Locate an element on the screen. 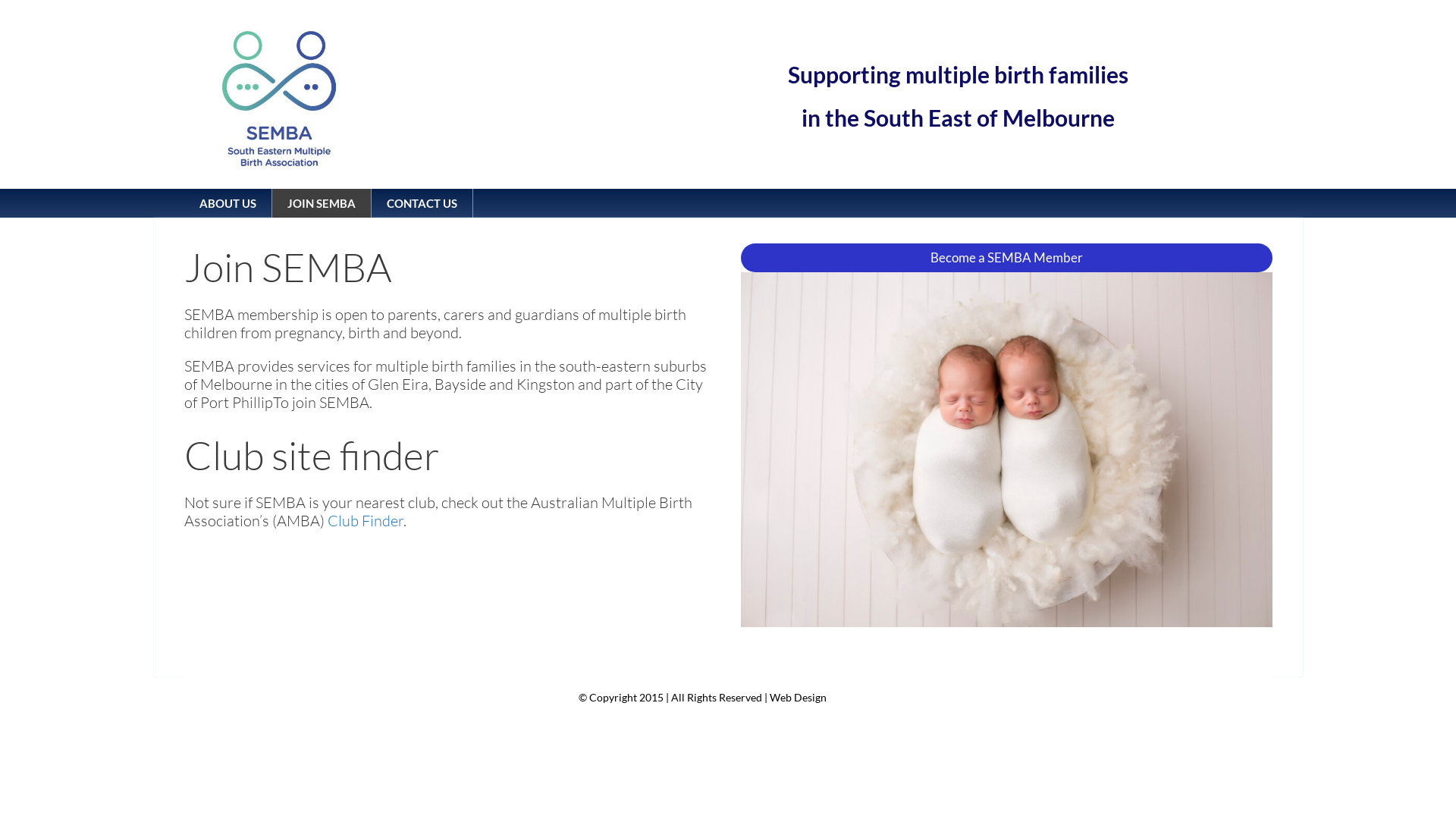 This screenshot has width=1456, height=819. 'JOIN SEMBA' is located at coordinates (319, 202).